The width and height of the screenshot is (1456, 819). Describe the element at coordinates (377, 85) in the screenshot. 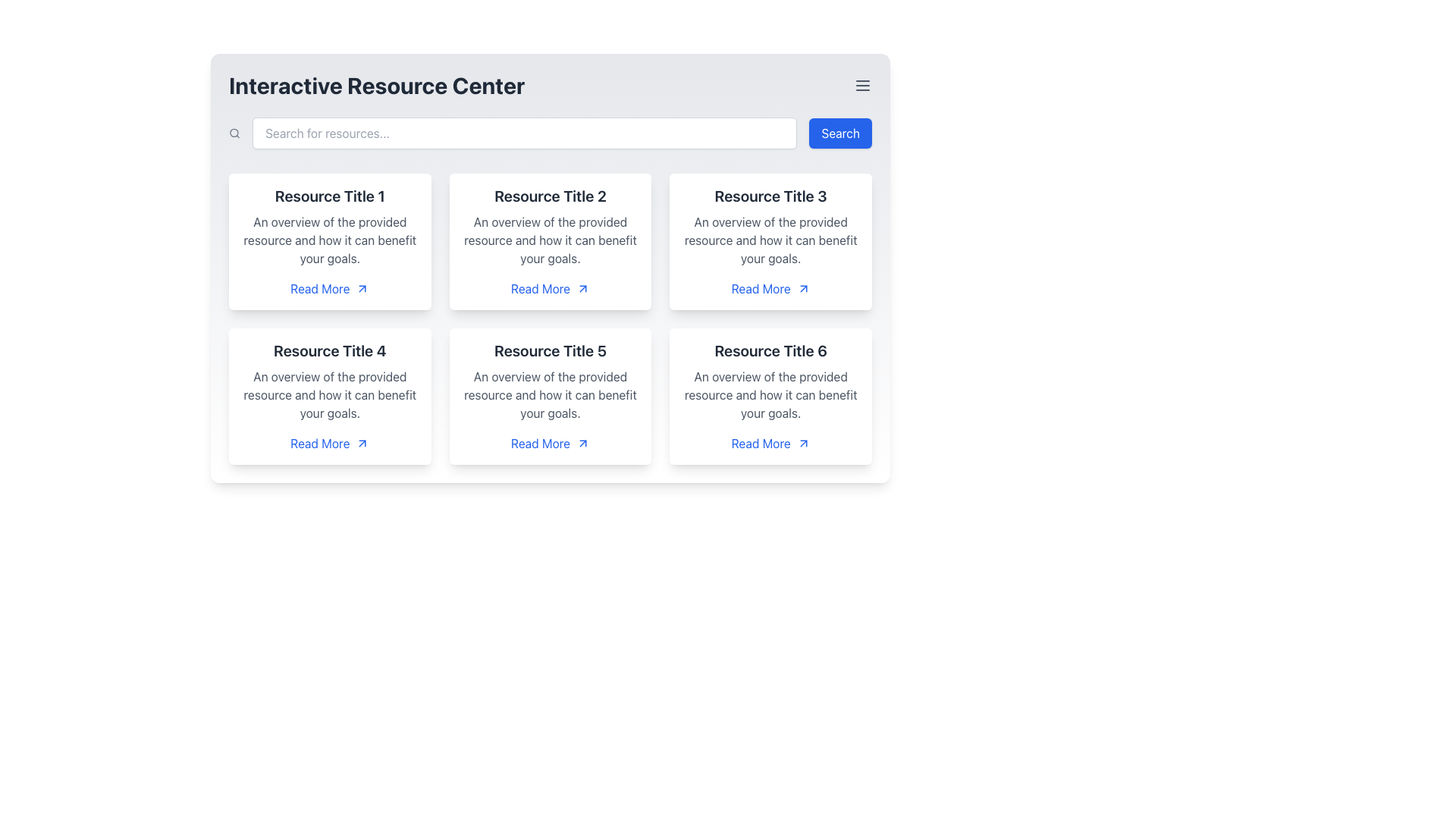

I see `the title text element located in the header section on the left` at that location.